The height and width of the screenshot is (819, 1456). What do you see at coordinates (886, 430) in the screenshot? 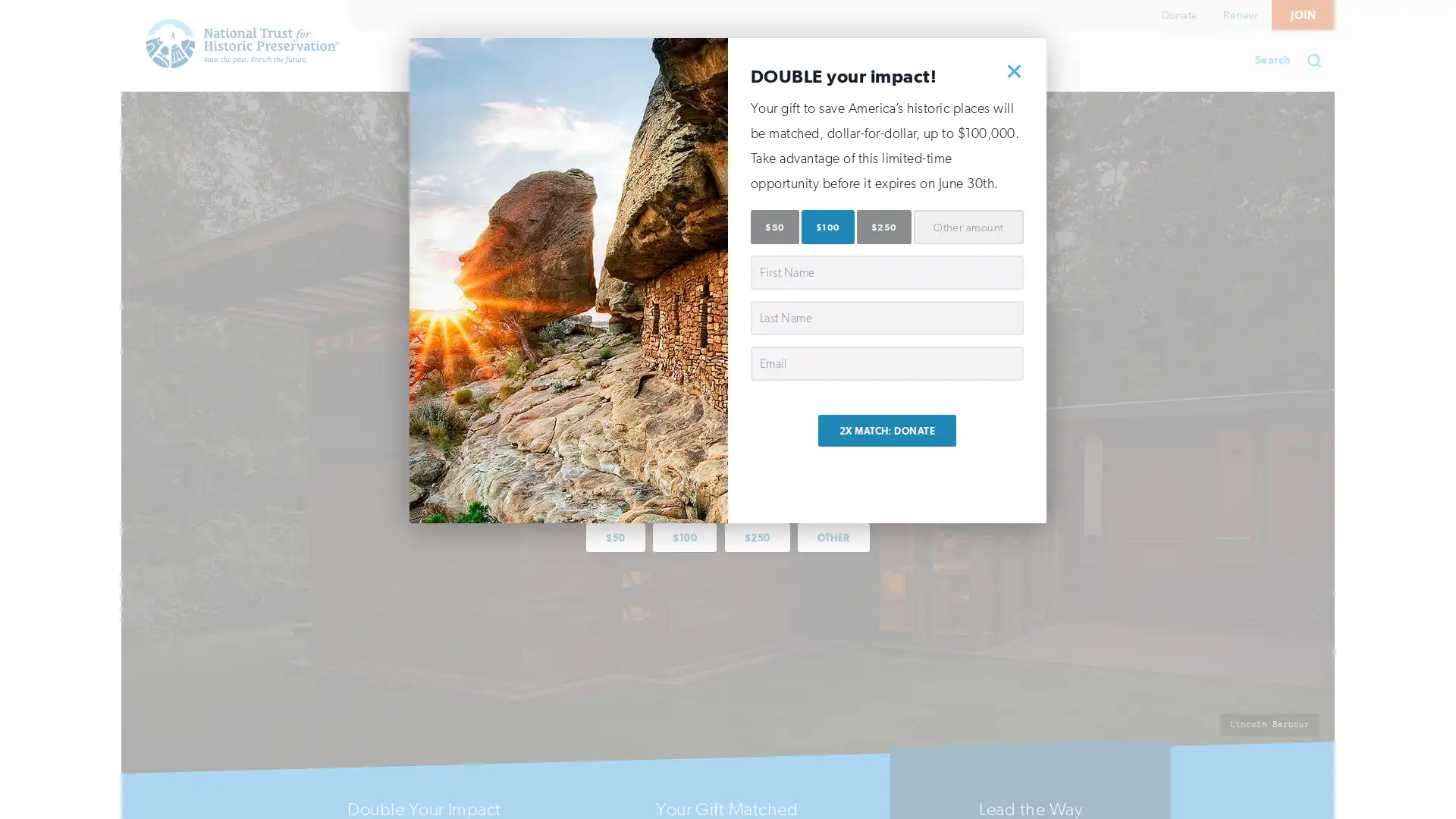
I see `2X MATCH: DONATE` at bounding box center [886, 430].